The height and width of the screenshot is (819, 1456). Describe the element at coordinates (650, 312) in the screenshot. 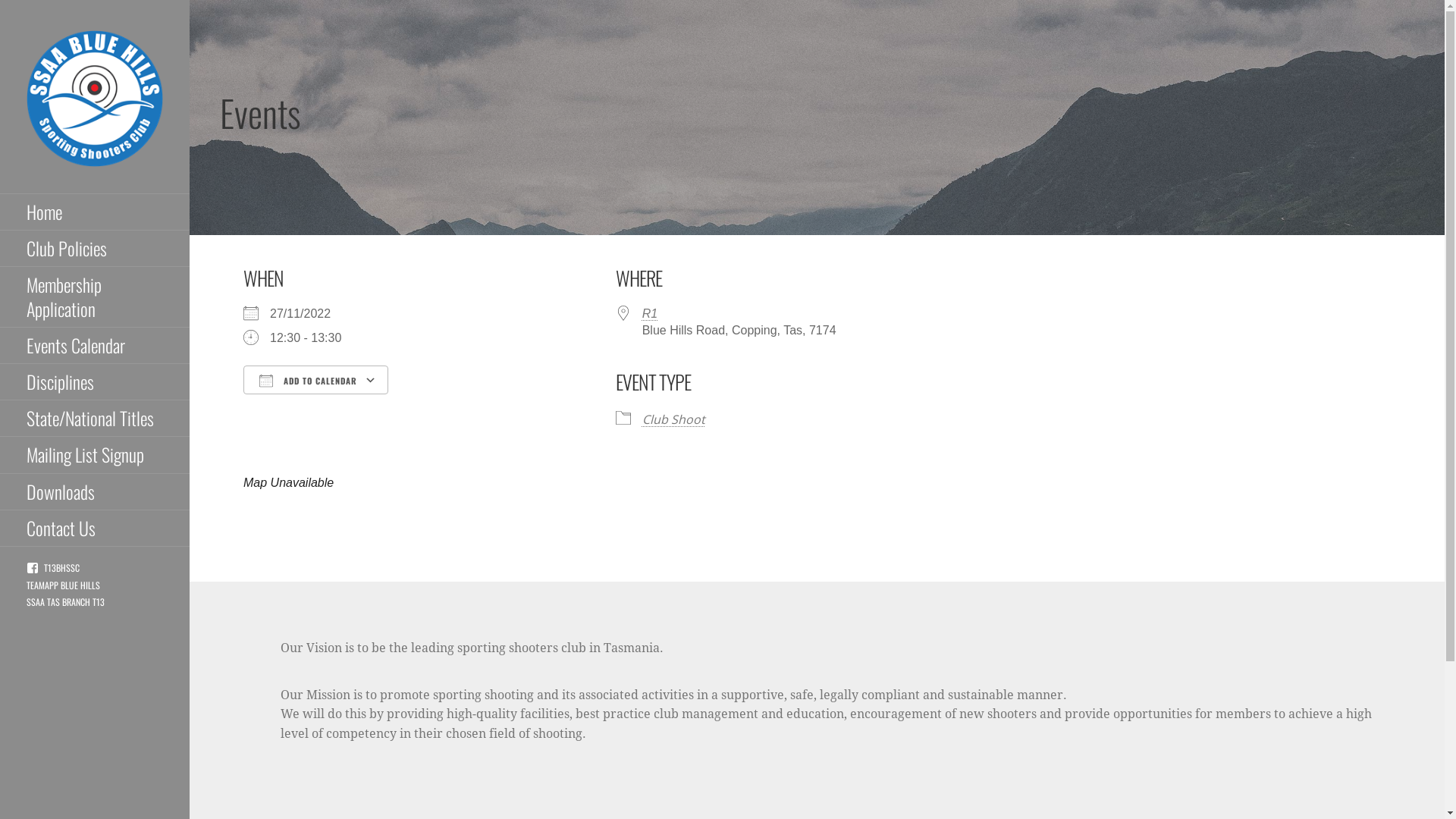

I see `'R1'` at that location.